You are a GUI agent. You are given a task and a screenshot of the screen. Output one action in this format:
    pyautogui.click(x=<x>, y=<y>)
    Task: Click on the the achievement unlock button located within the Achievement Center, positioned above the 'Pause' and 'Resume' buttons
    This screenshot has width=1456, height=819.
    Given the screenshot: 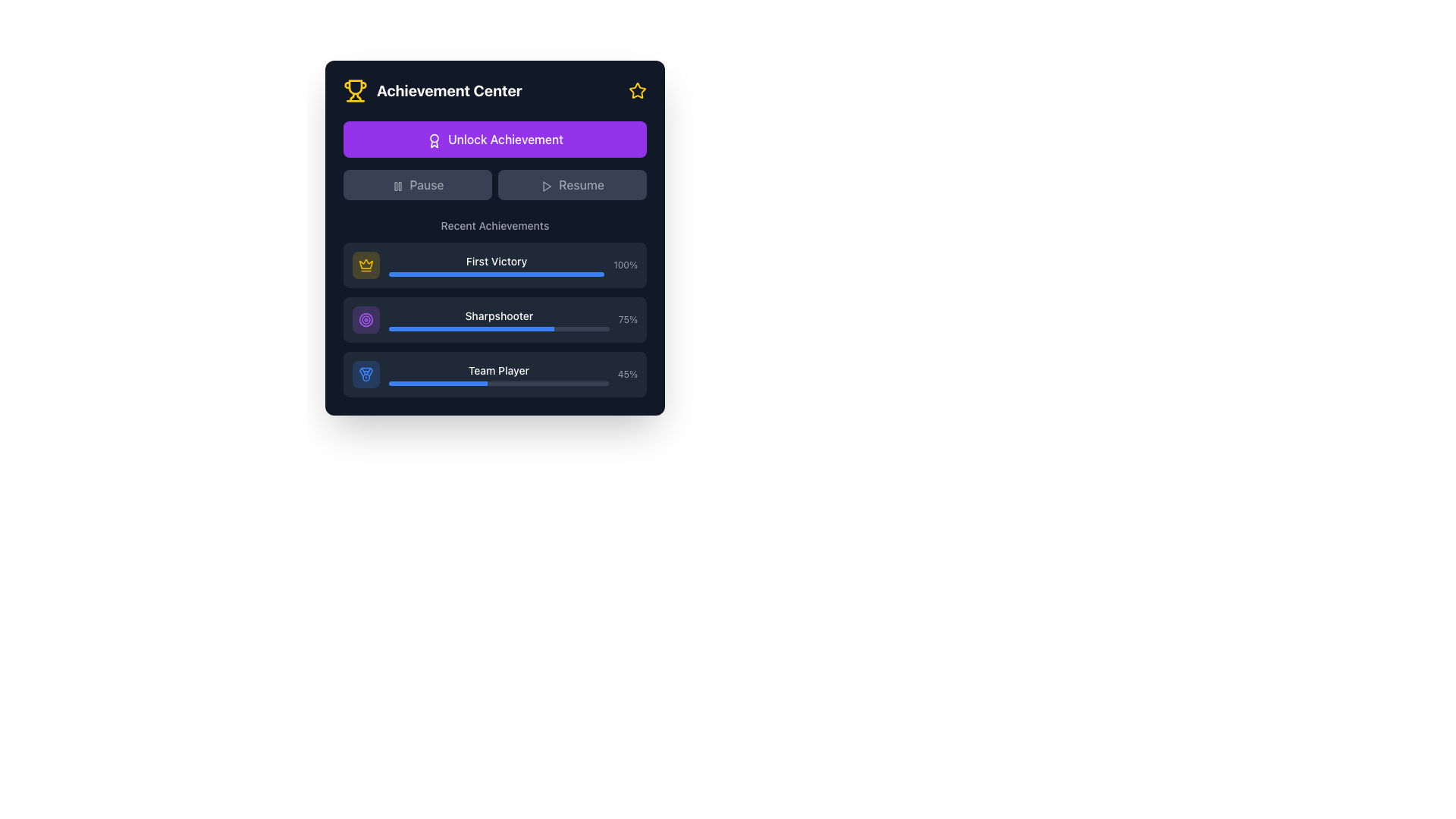 What is the action you would take?
    pyautogui.click(x=494, y=140)
    